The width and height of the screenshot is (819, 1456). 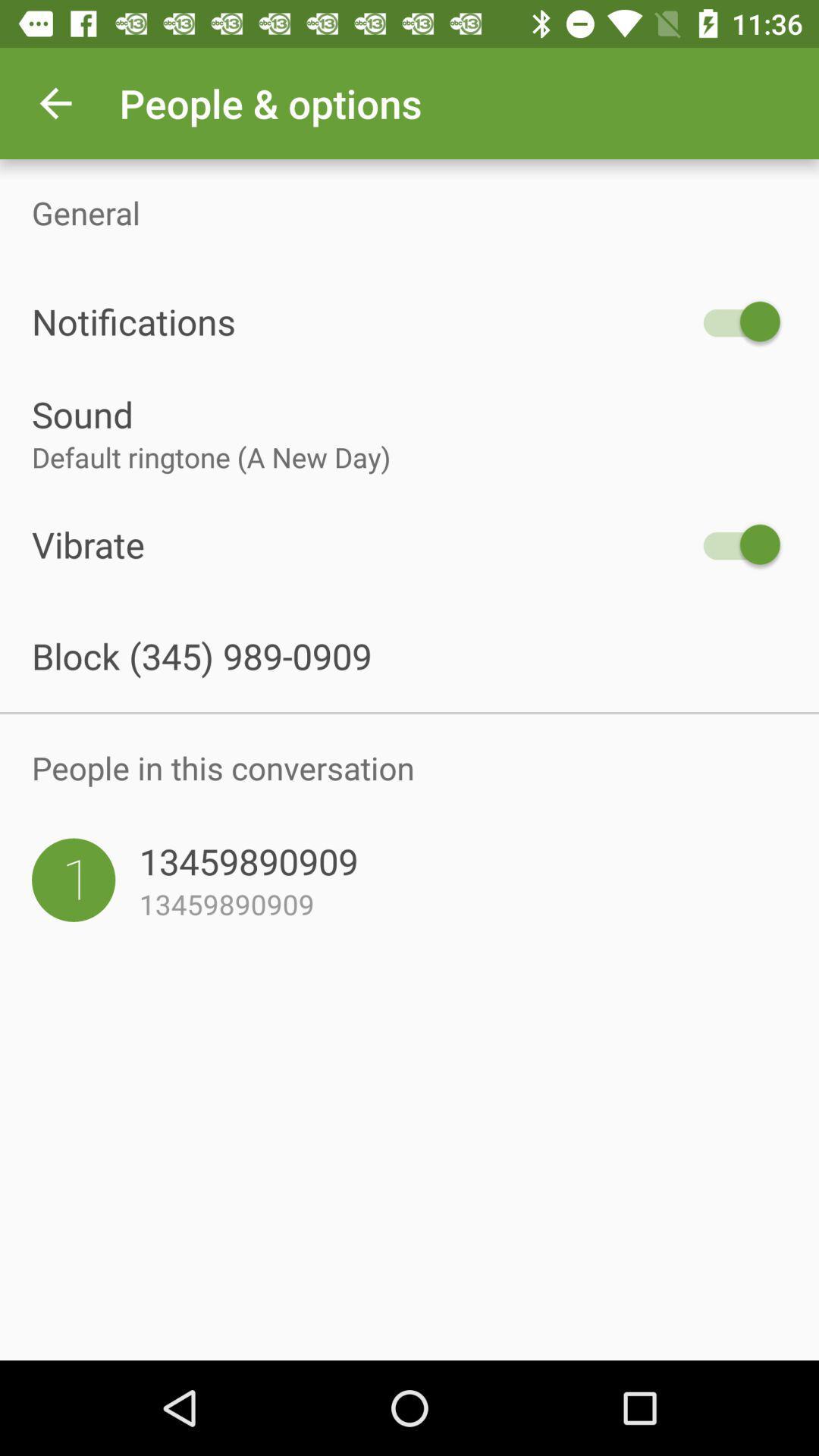 What do you see at coordinates (362, 544) in the screenshot?
I see `the vibrate item` at bounding box center [362, 544].